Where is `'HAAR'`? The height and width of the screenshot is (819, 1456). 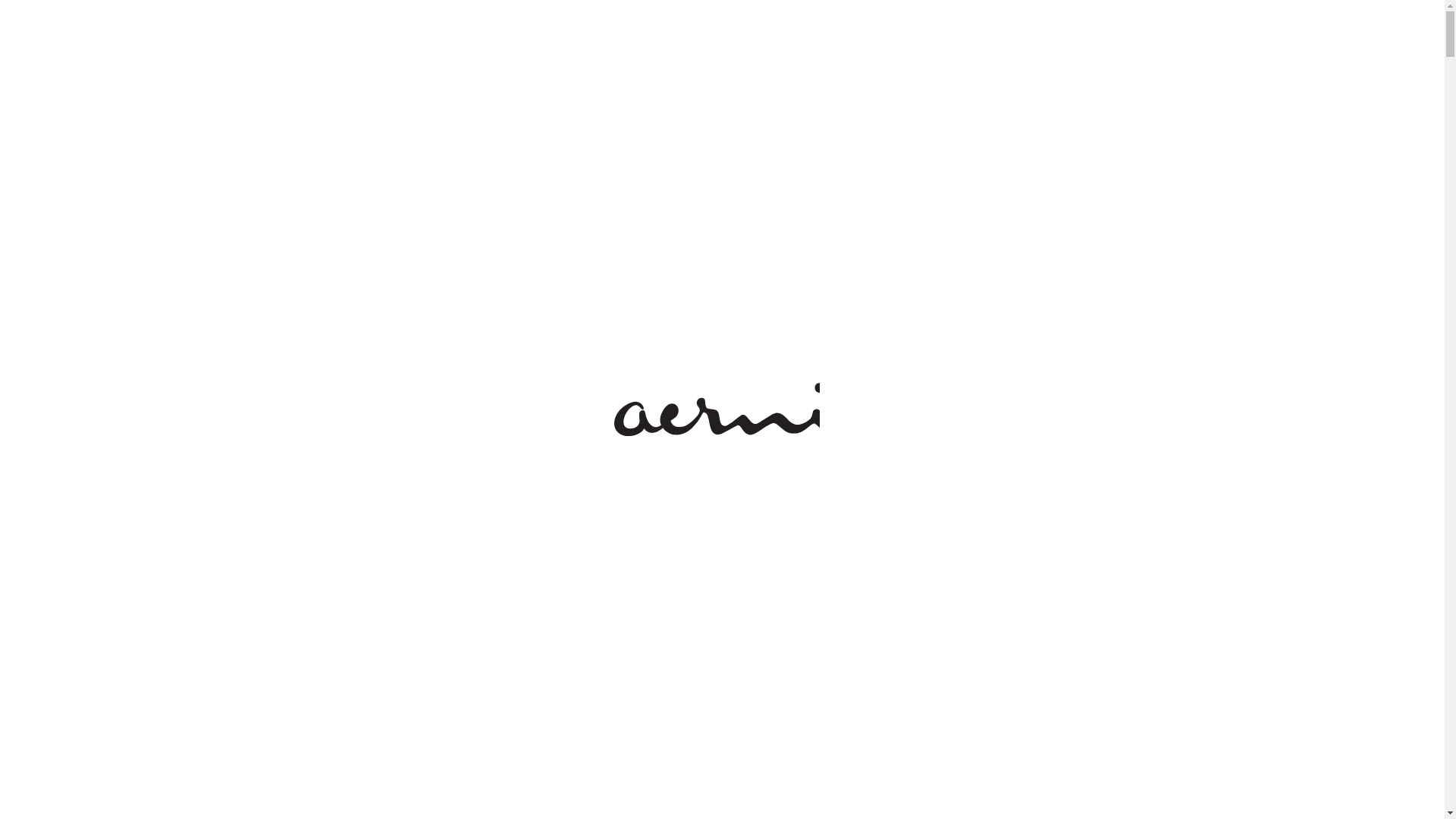
'HAAR' is located at coordinates (1009, 64).